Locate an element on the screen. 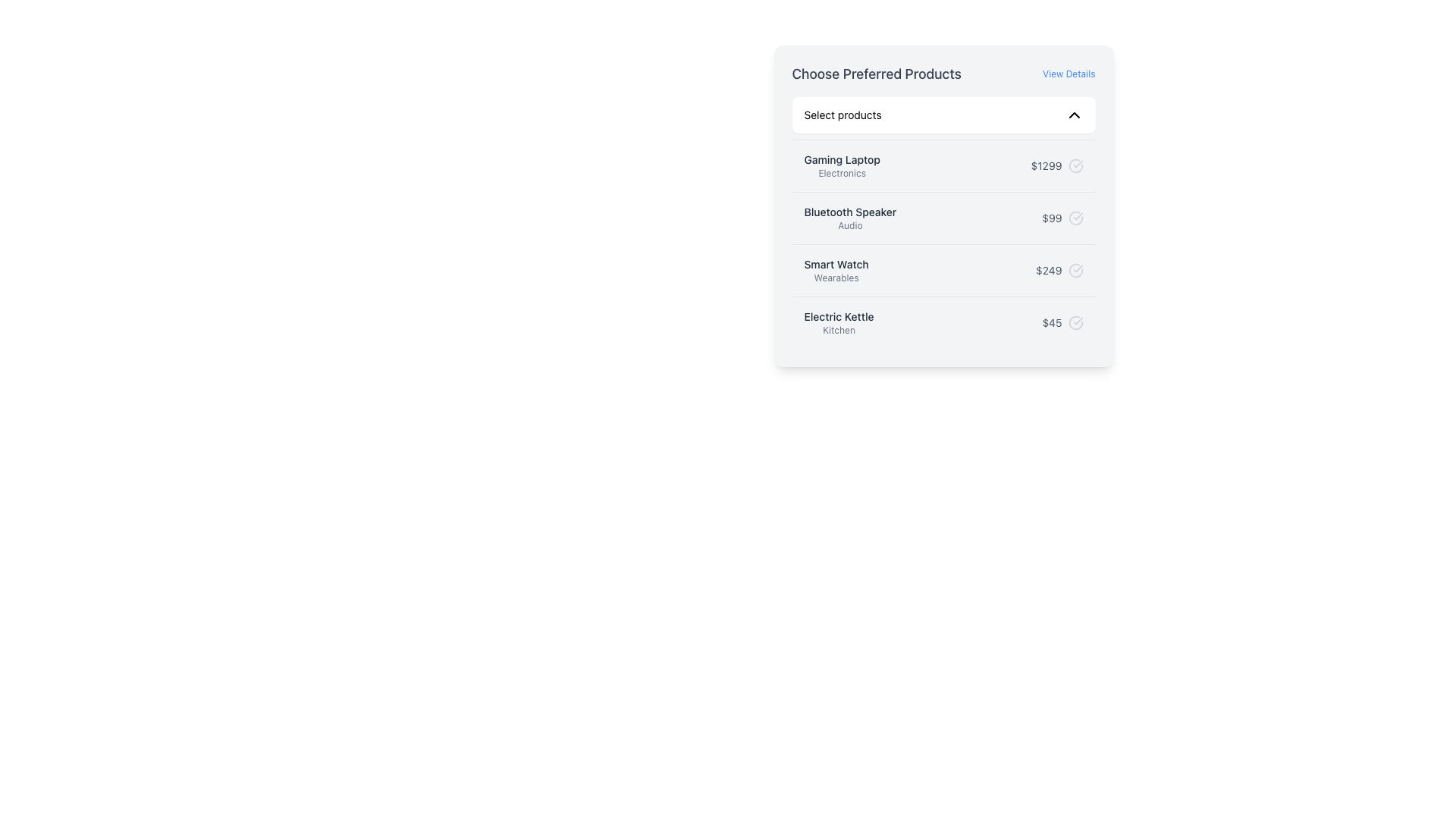 The height and width of the screenshot is (819, 1456). the Textual Display element containing the prominently styled text 'Bluetooth Speaker' and the smaller 'Audio' text, which is the second item under the 'Choose Preferred Products' panel is located at coordinates (850, 218).